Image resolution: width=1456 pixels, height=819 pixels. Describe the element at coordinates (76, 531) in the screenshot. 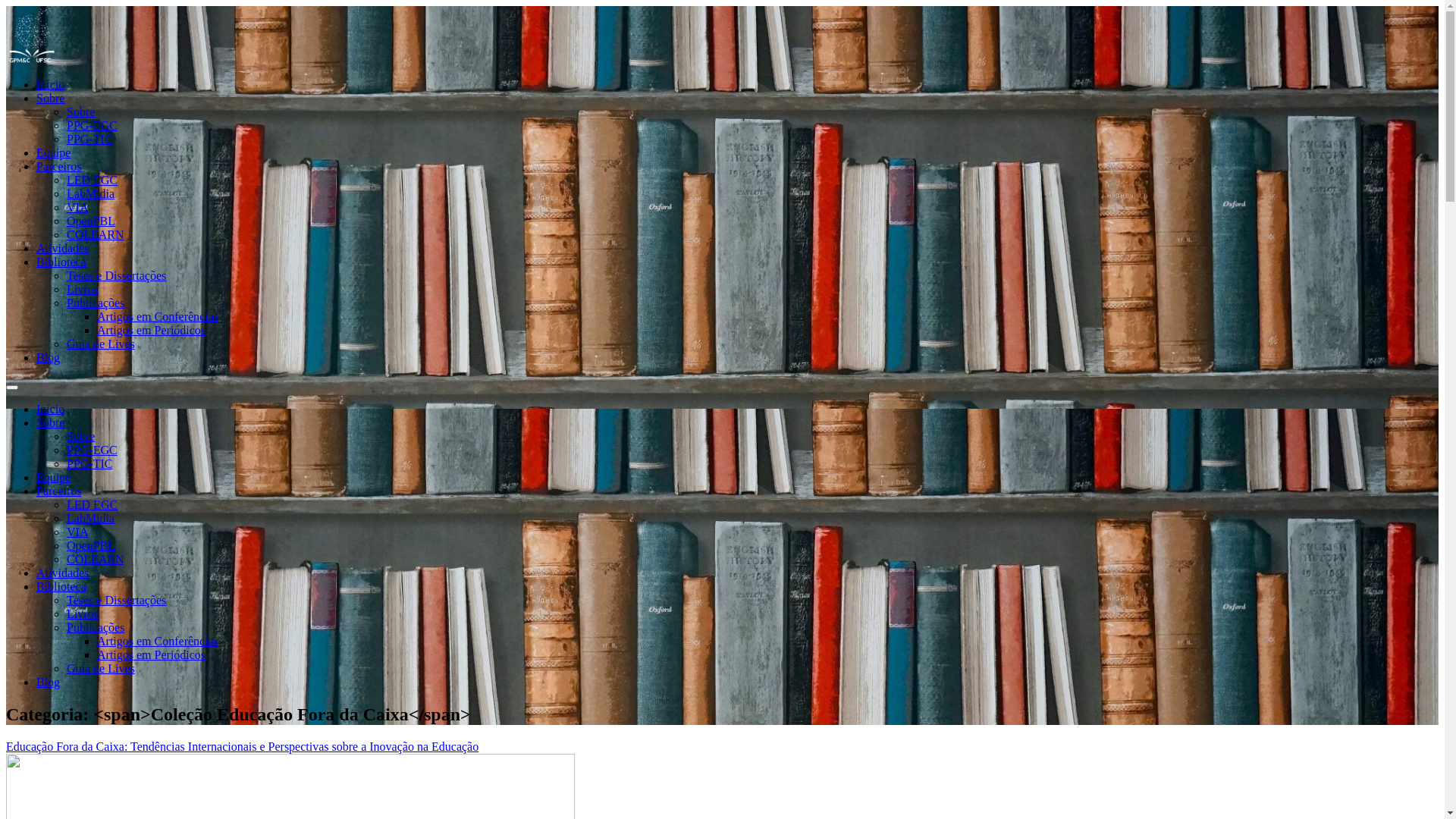

I see `'VIA'` at that location.